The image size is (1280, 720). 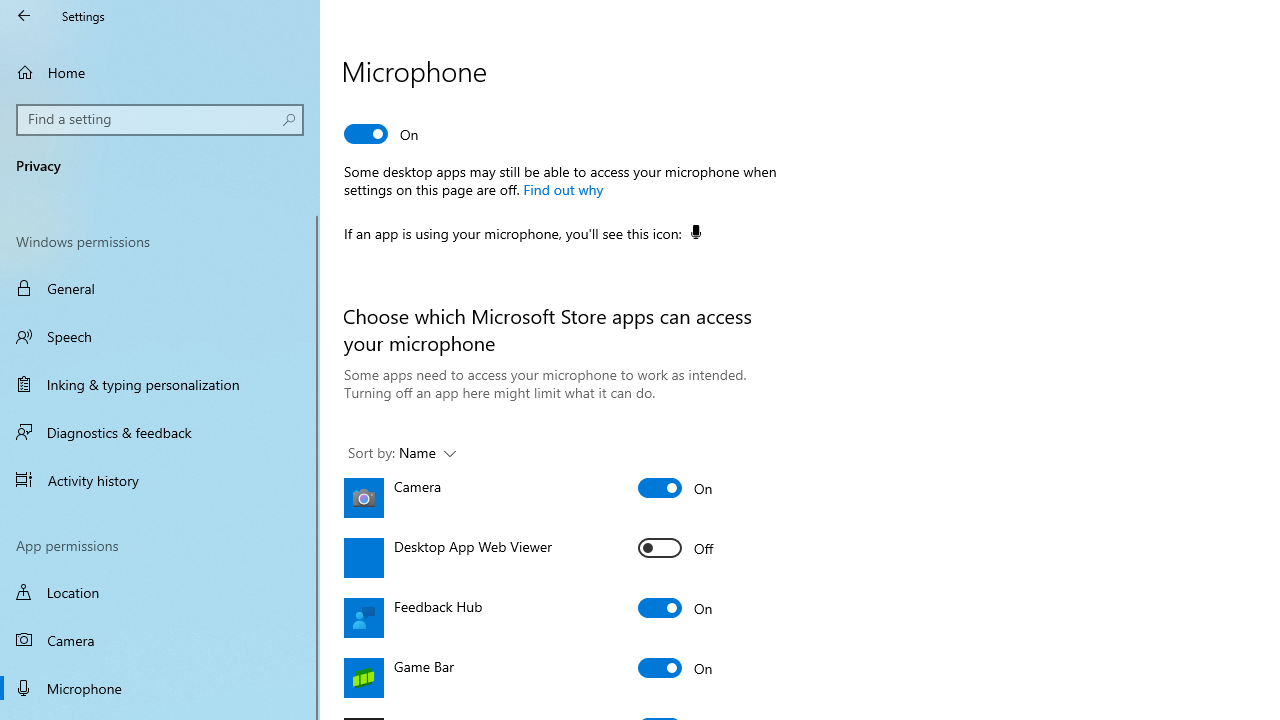 What do you see at coordinates (160, 288) in the screenshot?
I see `'General'` at bounding box center [160, 288].